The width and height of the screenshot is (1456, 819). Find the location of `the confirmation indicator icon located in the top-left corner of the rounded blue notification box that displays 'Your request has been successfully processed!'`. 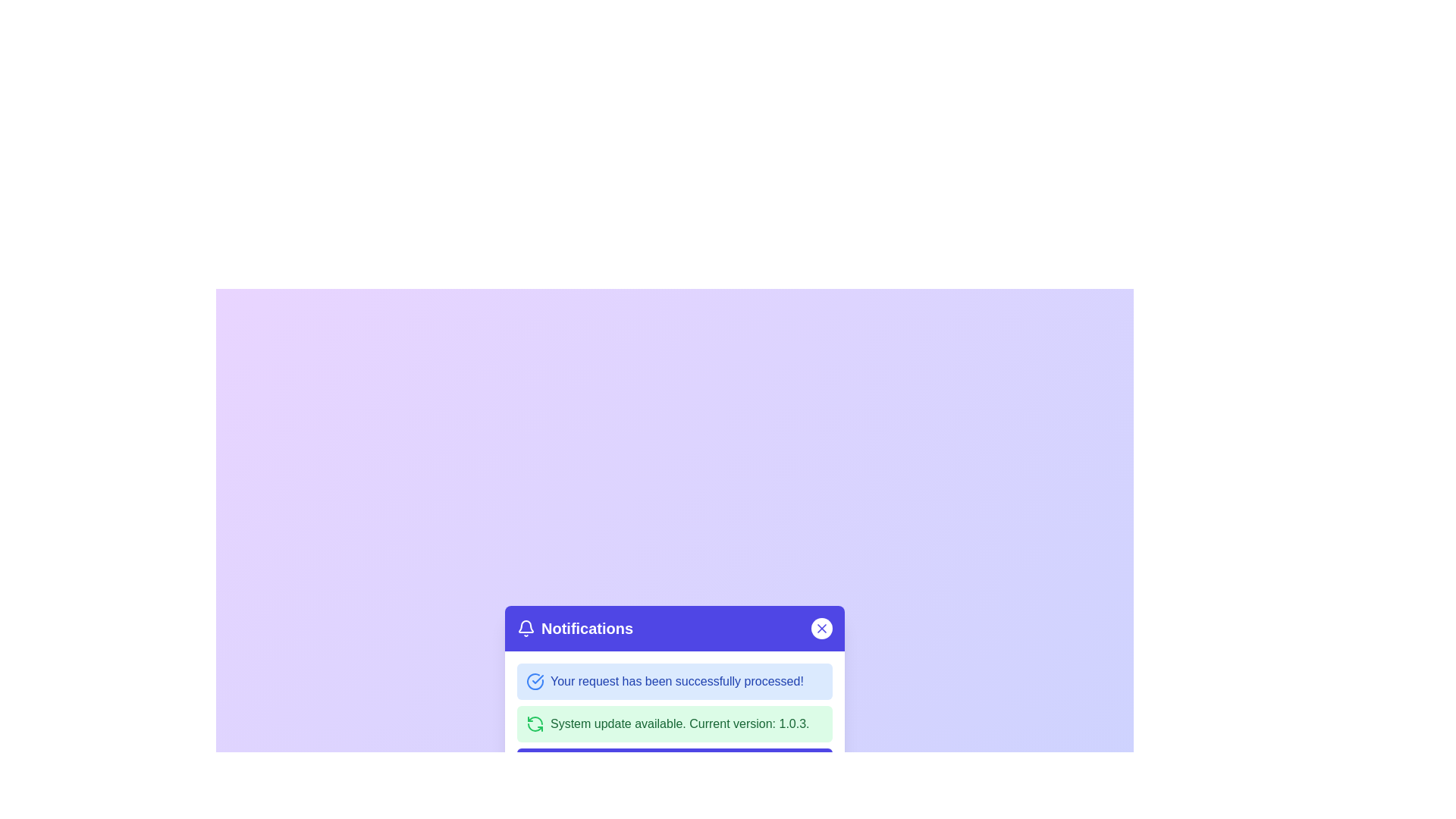

the confirmation indicator icon located in the top-left corner of the rounded blue notification box that displays 'Your request has been successfully processed!' is located at coordinates (535, 680).